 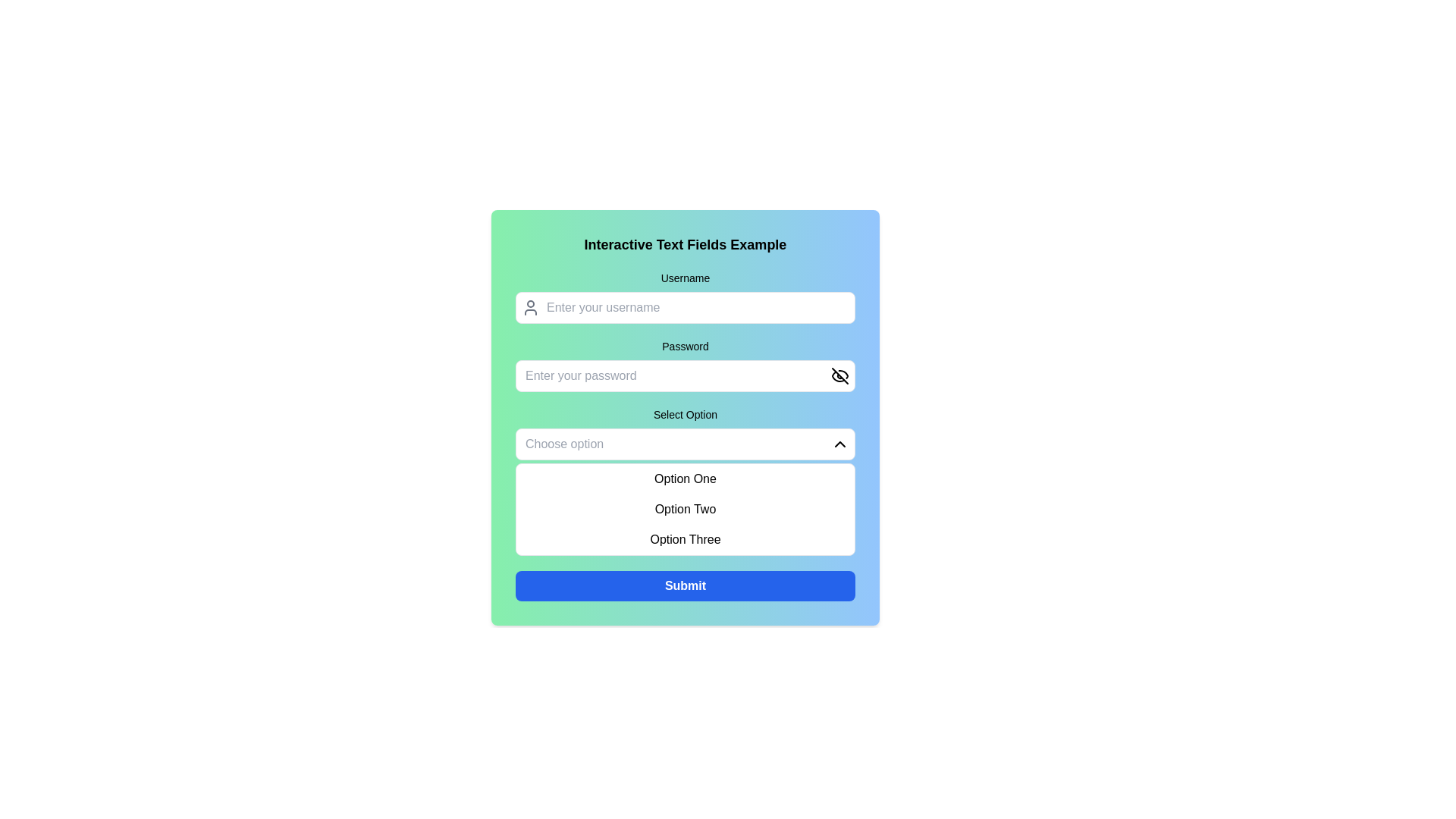 I want to click on the selectable option "Option Two" in the dropdown menu, so click(x=684, y=509).